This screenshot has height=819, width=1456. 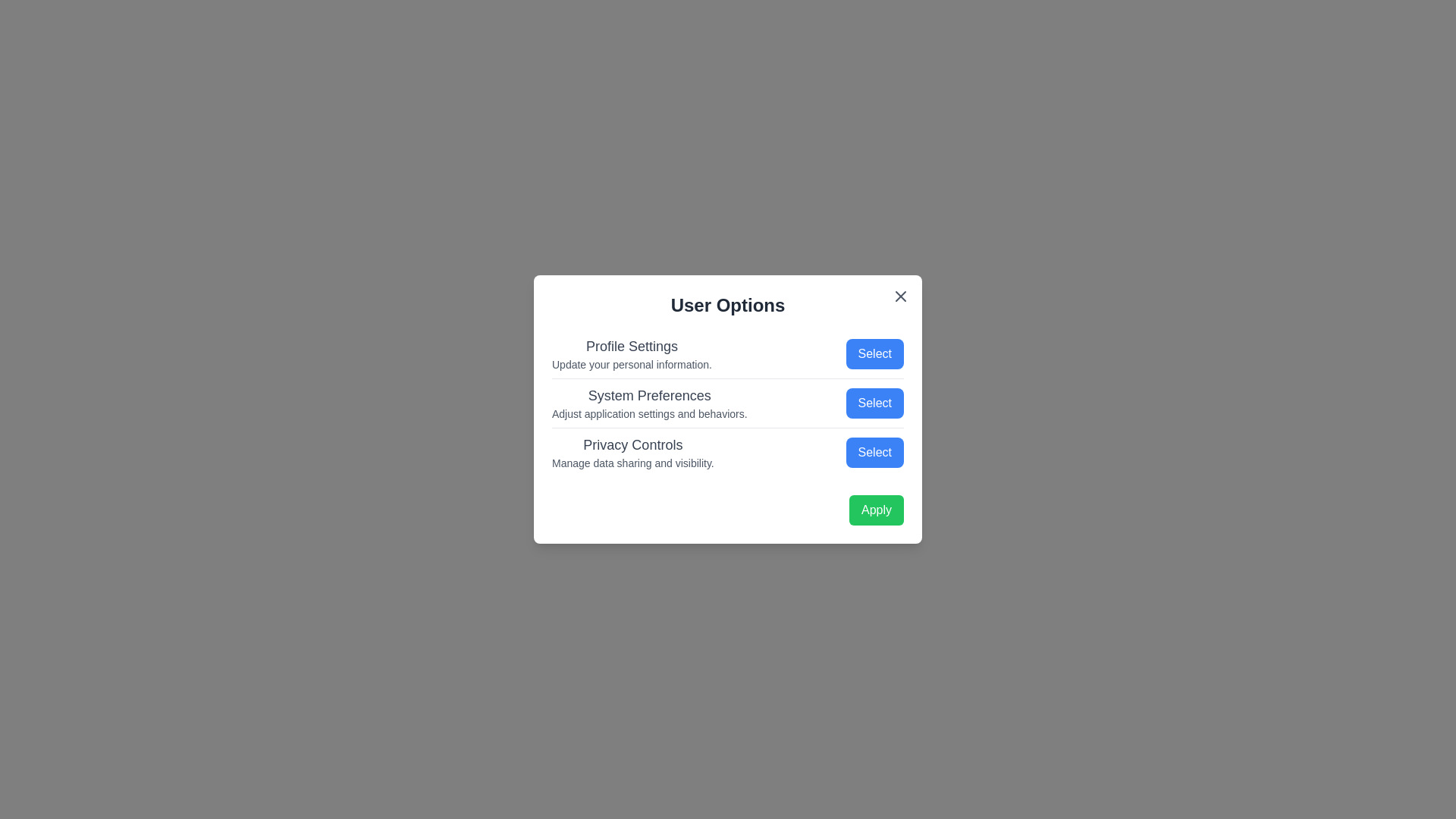 I want to click on 'Select' button corresponding to the Privacy Controls option, so click(x=874, y=452).